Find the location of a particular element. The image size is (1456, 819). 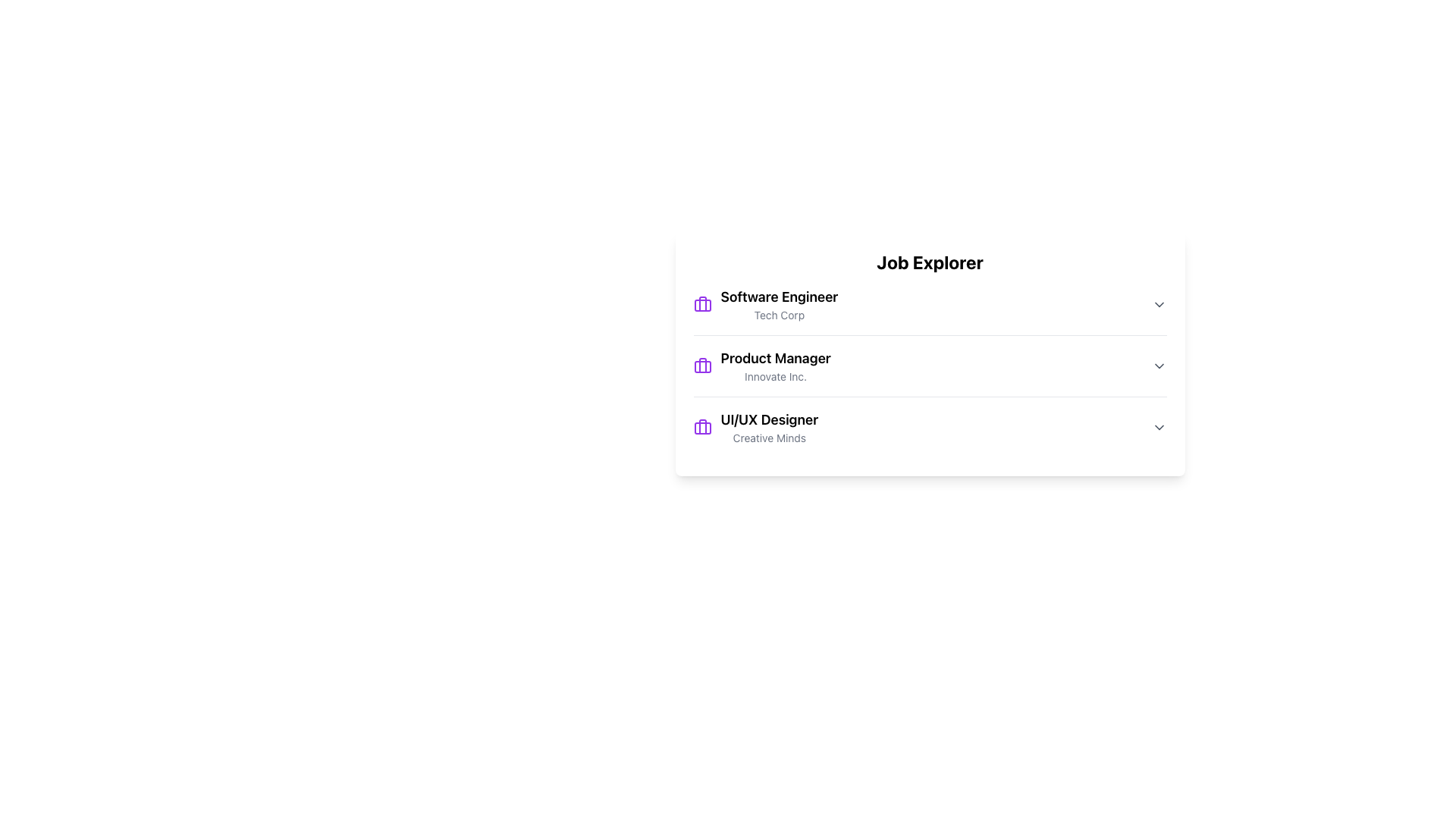

the first interactive job entry in the 'Job Explorer' section is located at coordinates (929, 310).